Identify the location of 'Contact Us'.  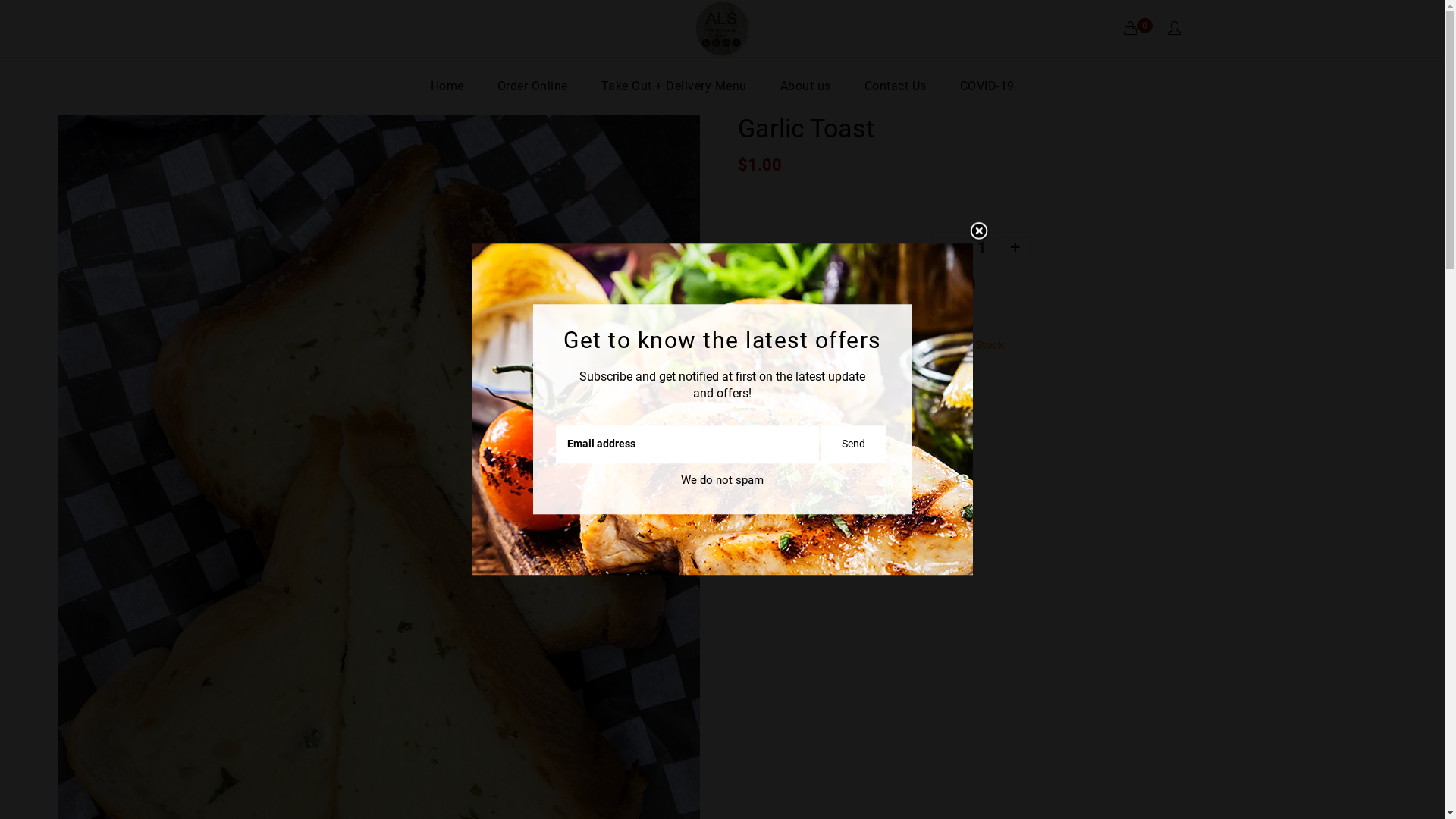
(895, 86).